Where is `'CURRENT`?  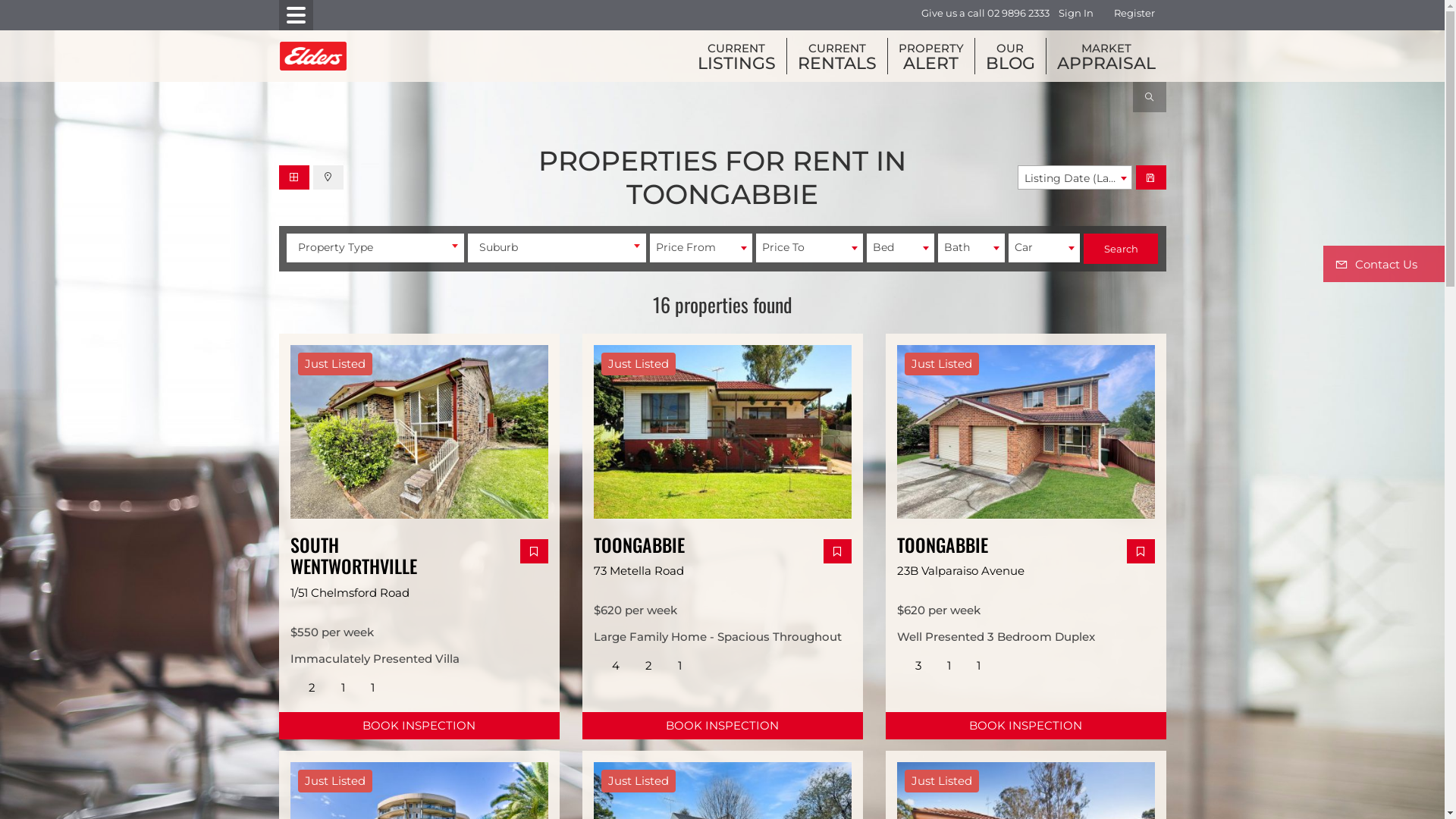 'CURRENT is located at coordinates (786, 55).